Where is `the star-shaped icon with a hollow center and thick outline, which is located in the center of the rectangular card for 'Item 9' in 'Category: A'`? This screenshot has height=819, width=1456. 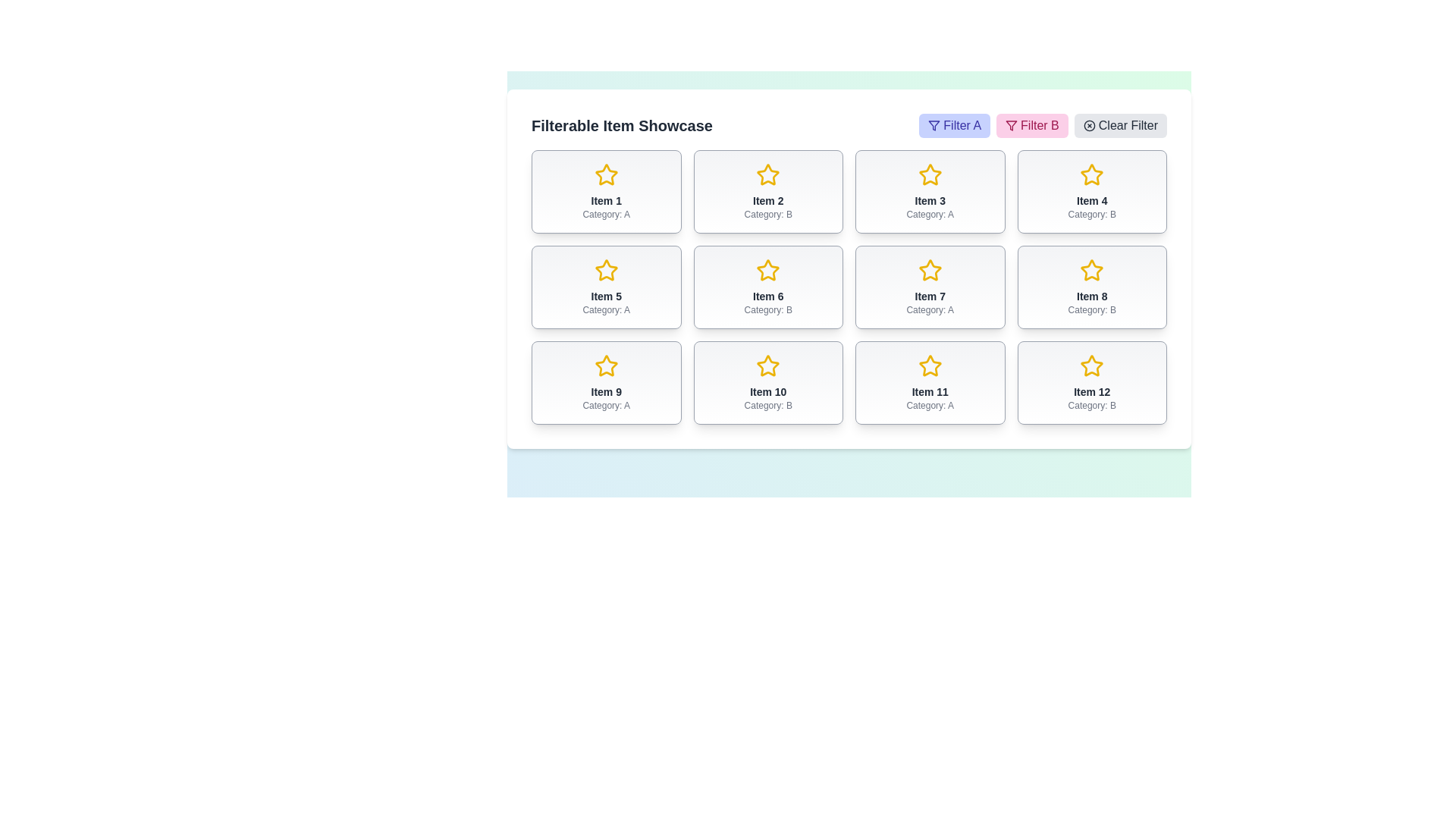 the star-shaped icon with a hollow center and thick outline, which is located in the center of the rectangular card for 'Item 9' in 'Category: A' is located at coordinates (605, 366).